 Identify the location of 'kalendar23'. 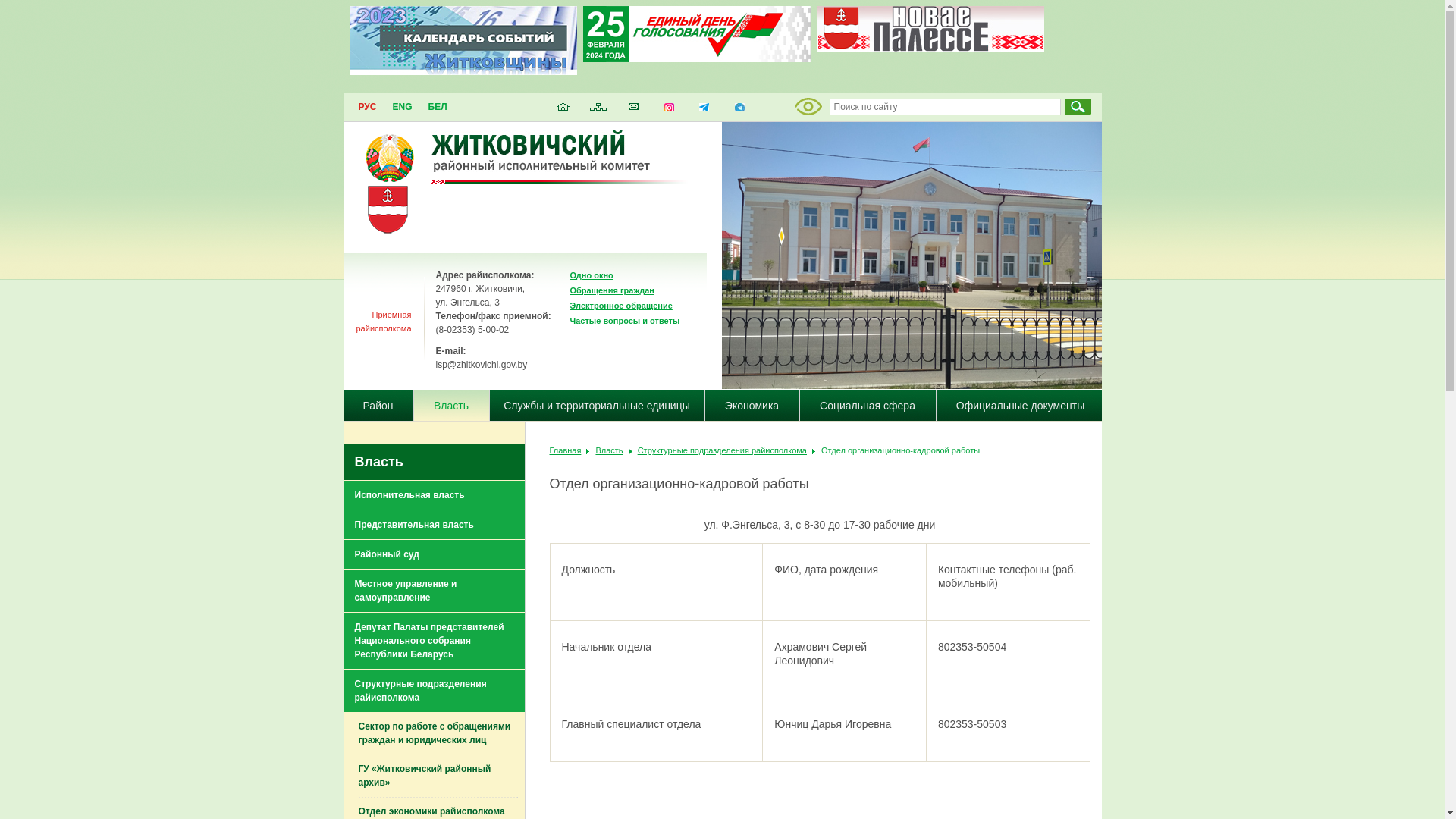
(461, 39).